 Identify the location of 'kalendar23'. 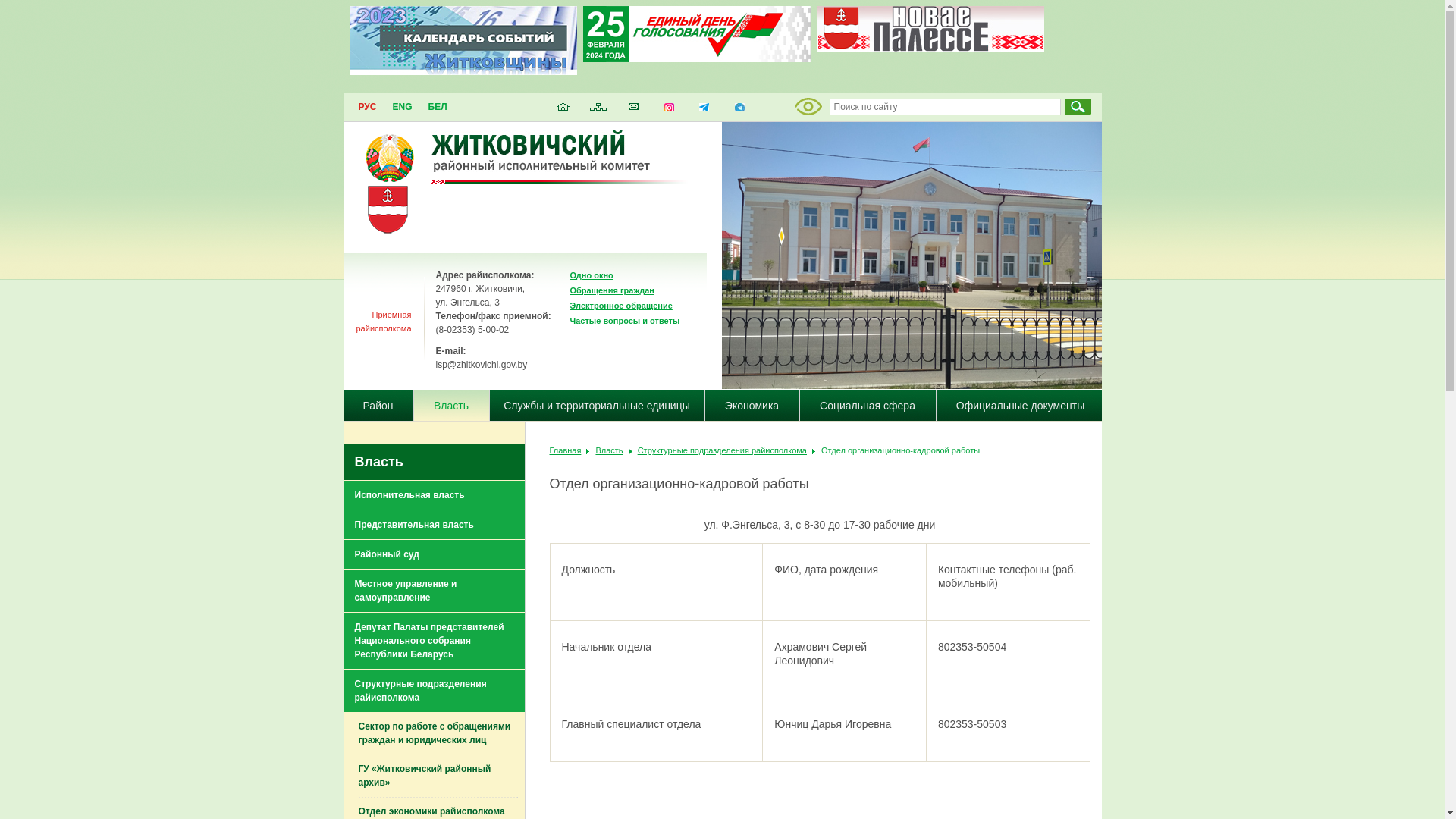
(461, 39).